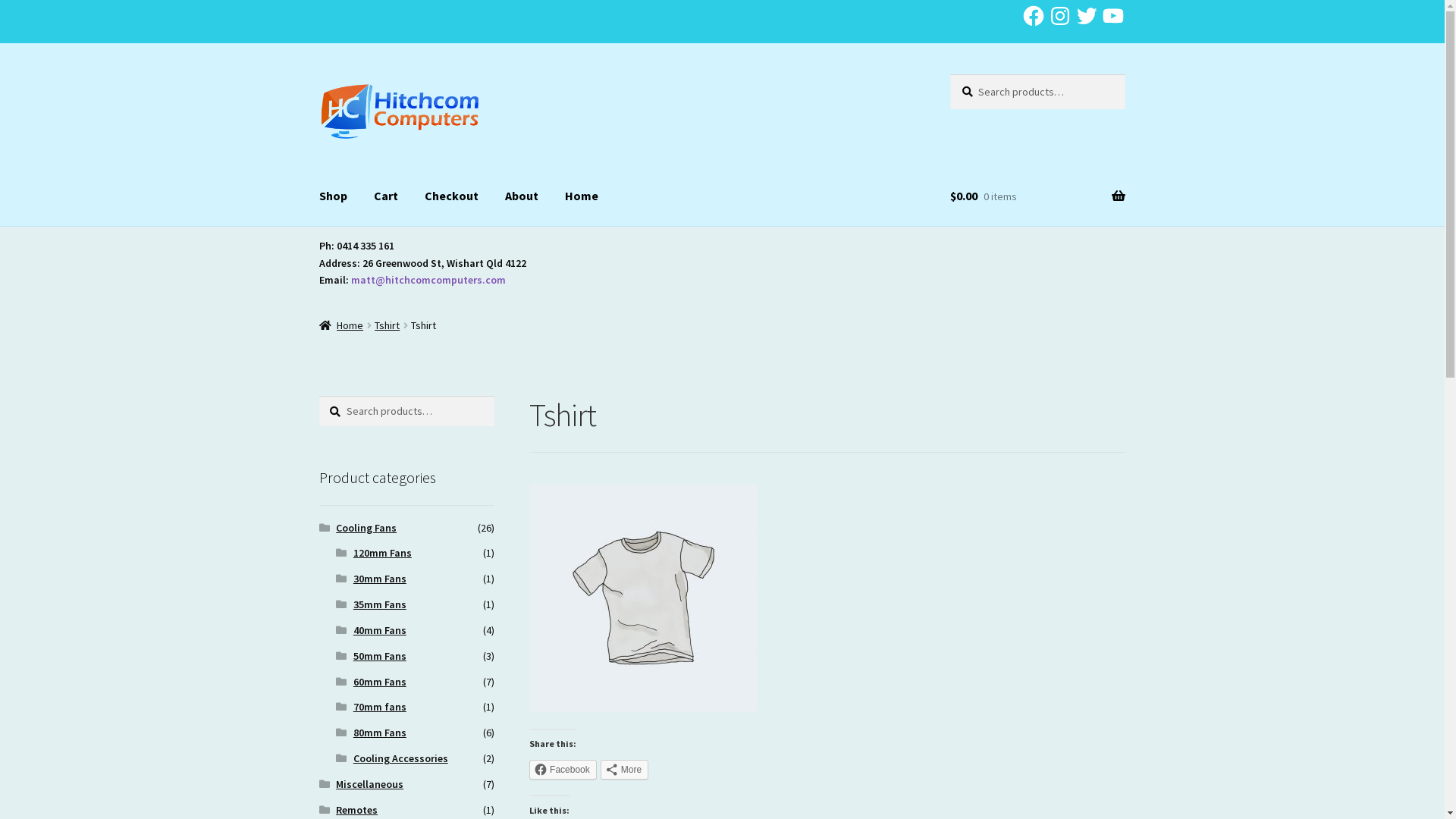  I want to click on 'YouTube', so click(1113, 15).